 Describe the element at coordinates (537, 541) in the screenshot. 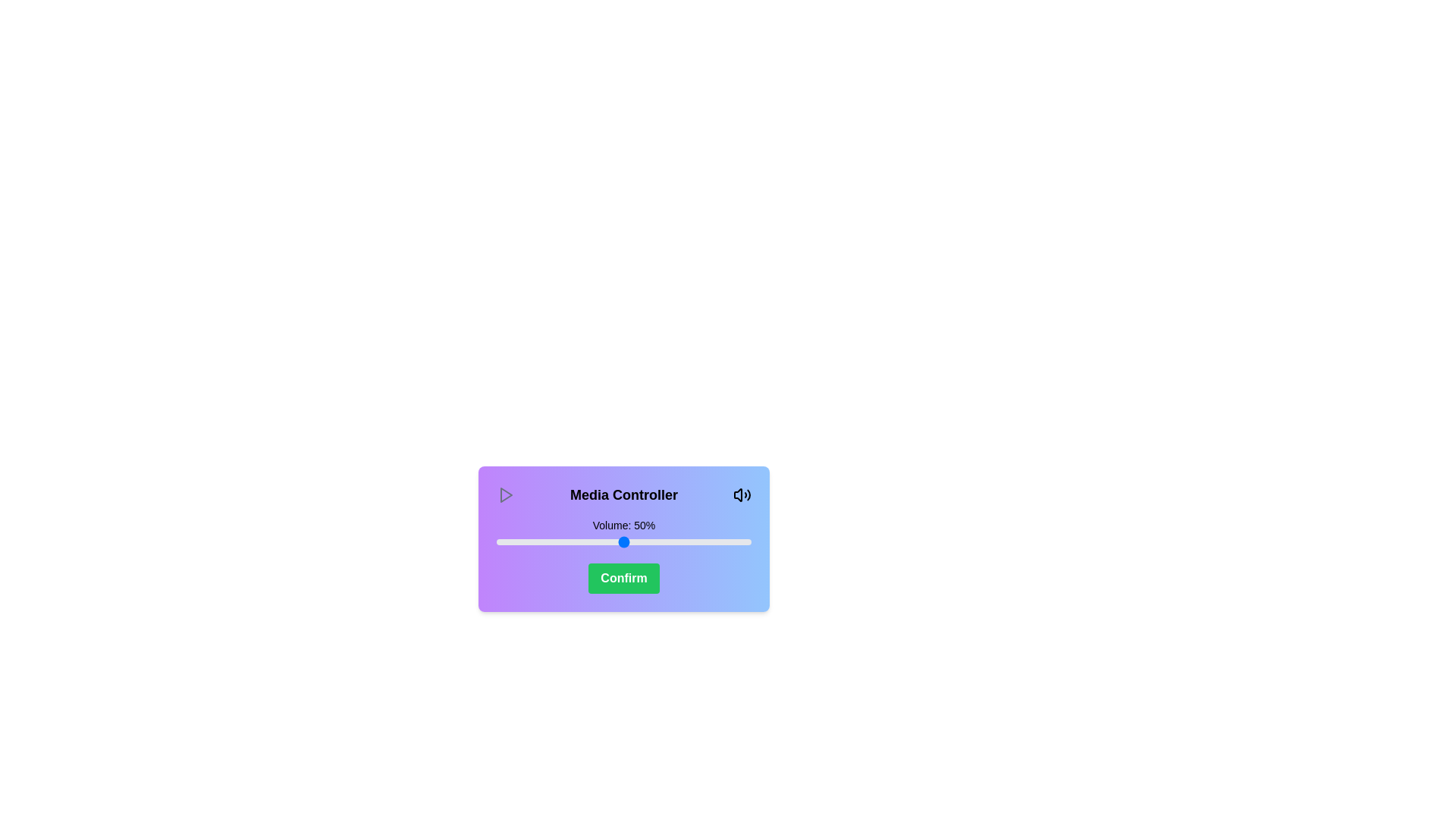

I see `the volume slider to 16%` at that location.